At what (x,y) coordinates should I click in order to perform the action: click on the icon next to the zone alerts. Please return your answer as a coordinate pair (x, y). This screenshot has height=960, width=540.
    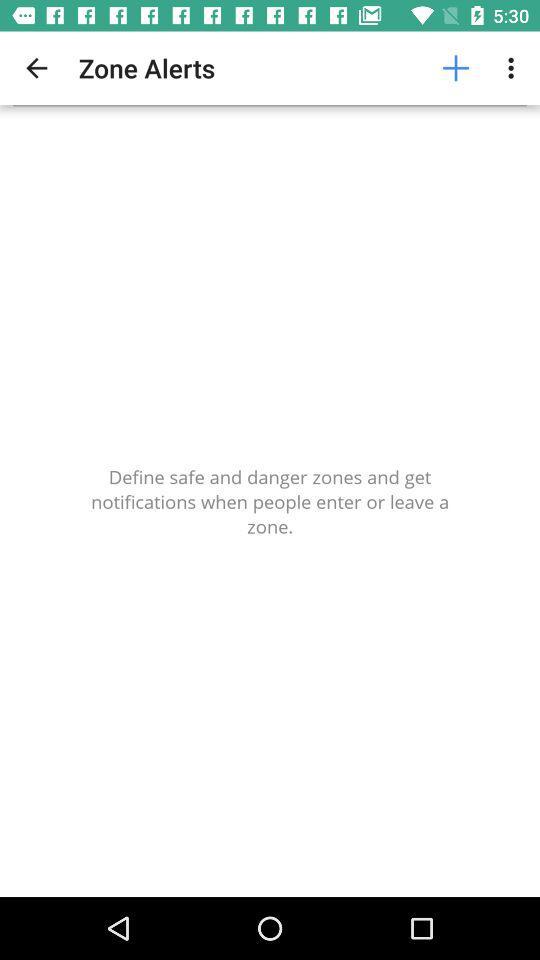
    Looking at the image, I should click on (36, 68).